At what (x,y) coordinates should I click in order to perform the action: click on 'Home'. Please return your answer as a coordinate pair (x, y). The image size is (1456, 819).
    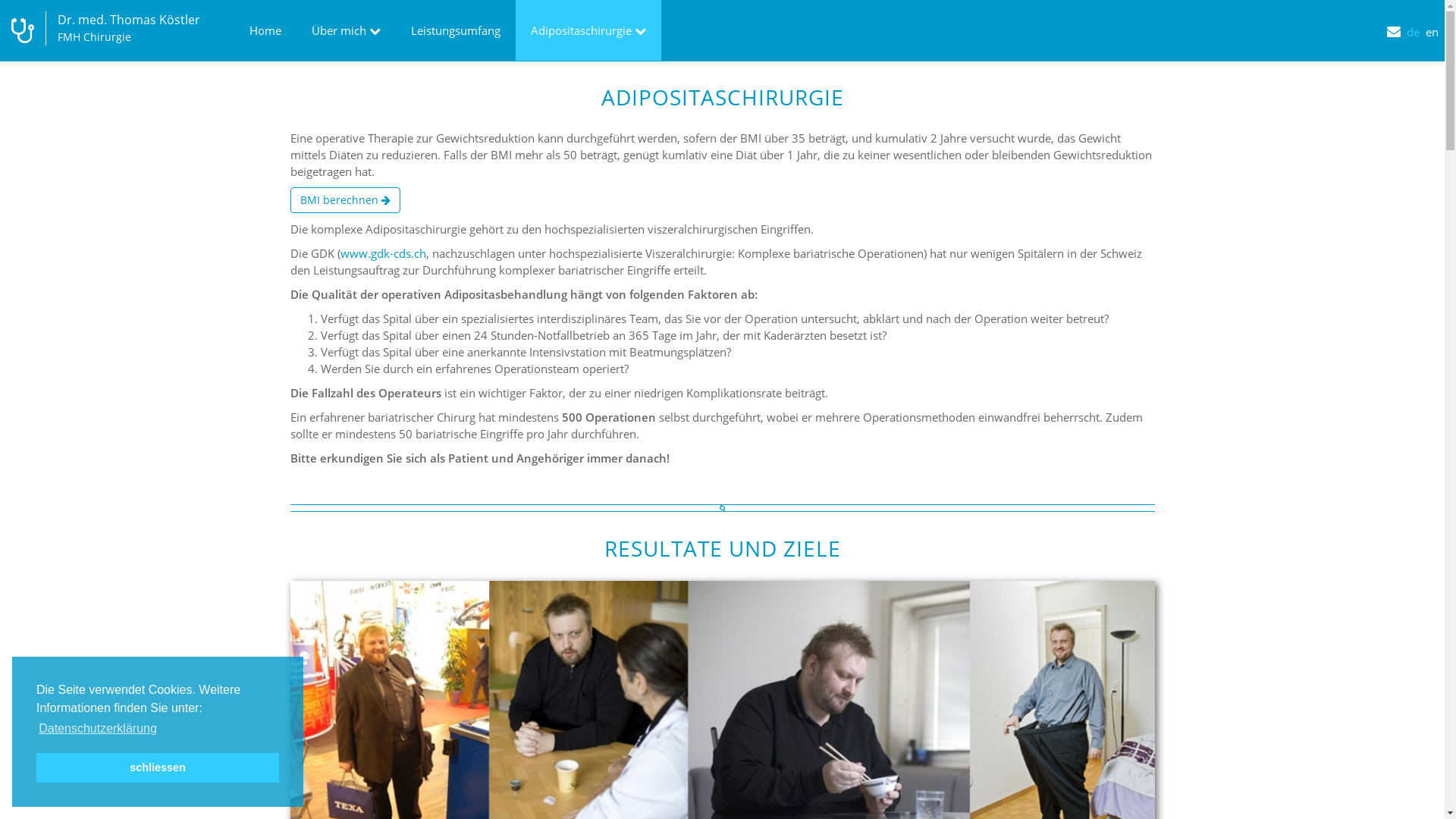
    Looking at the image, I should click on (265, 30).